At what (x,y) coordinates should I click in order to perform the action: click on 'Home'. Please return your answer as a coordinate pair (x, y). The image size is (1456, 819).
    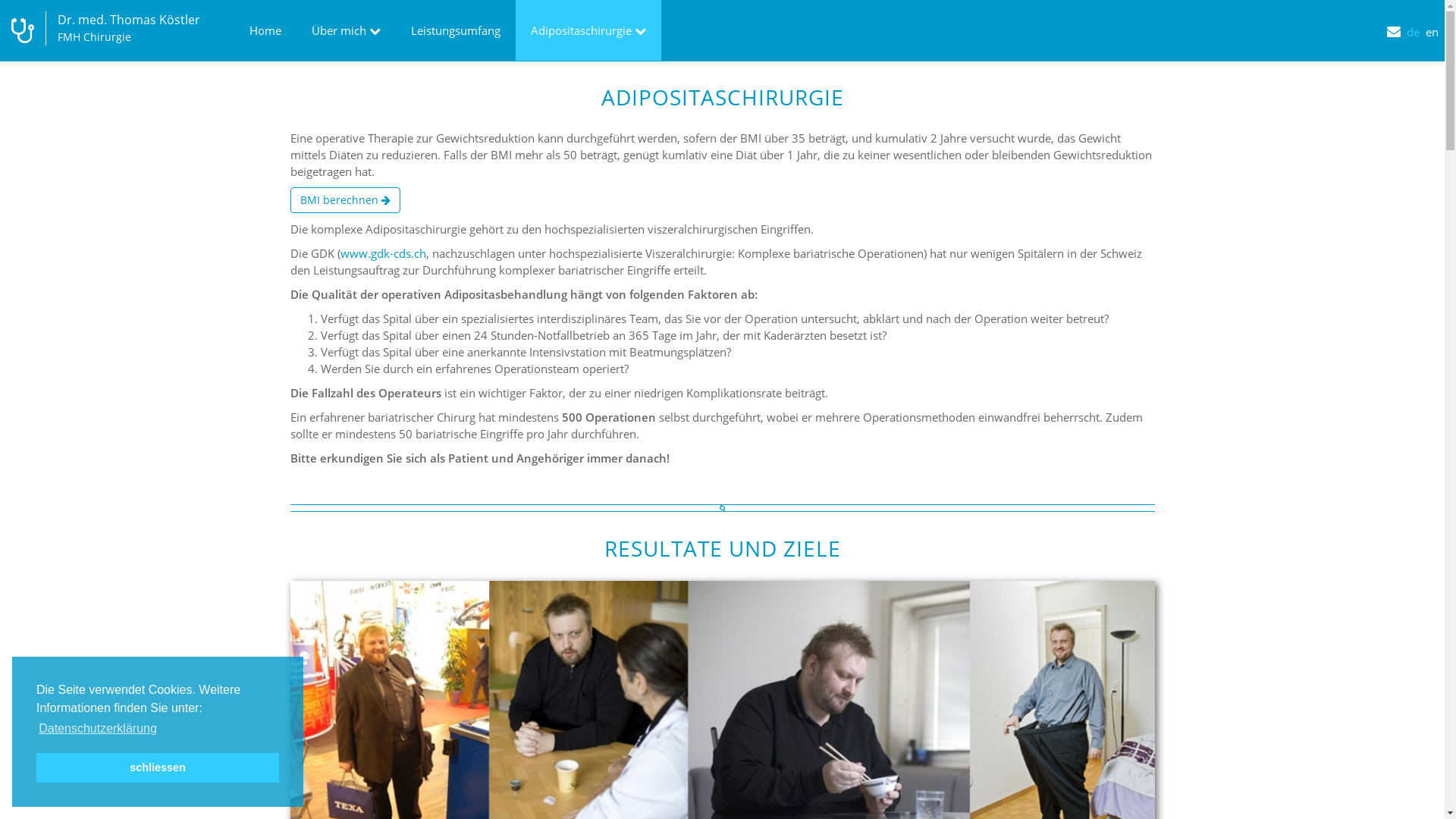
    Looking at the image, I should click on (265, 30).